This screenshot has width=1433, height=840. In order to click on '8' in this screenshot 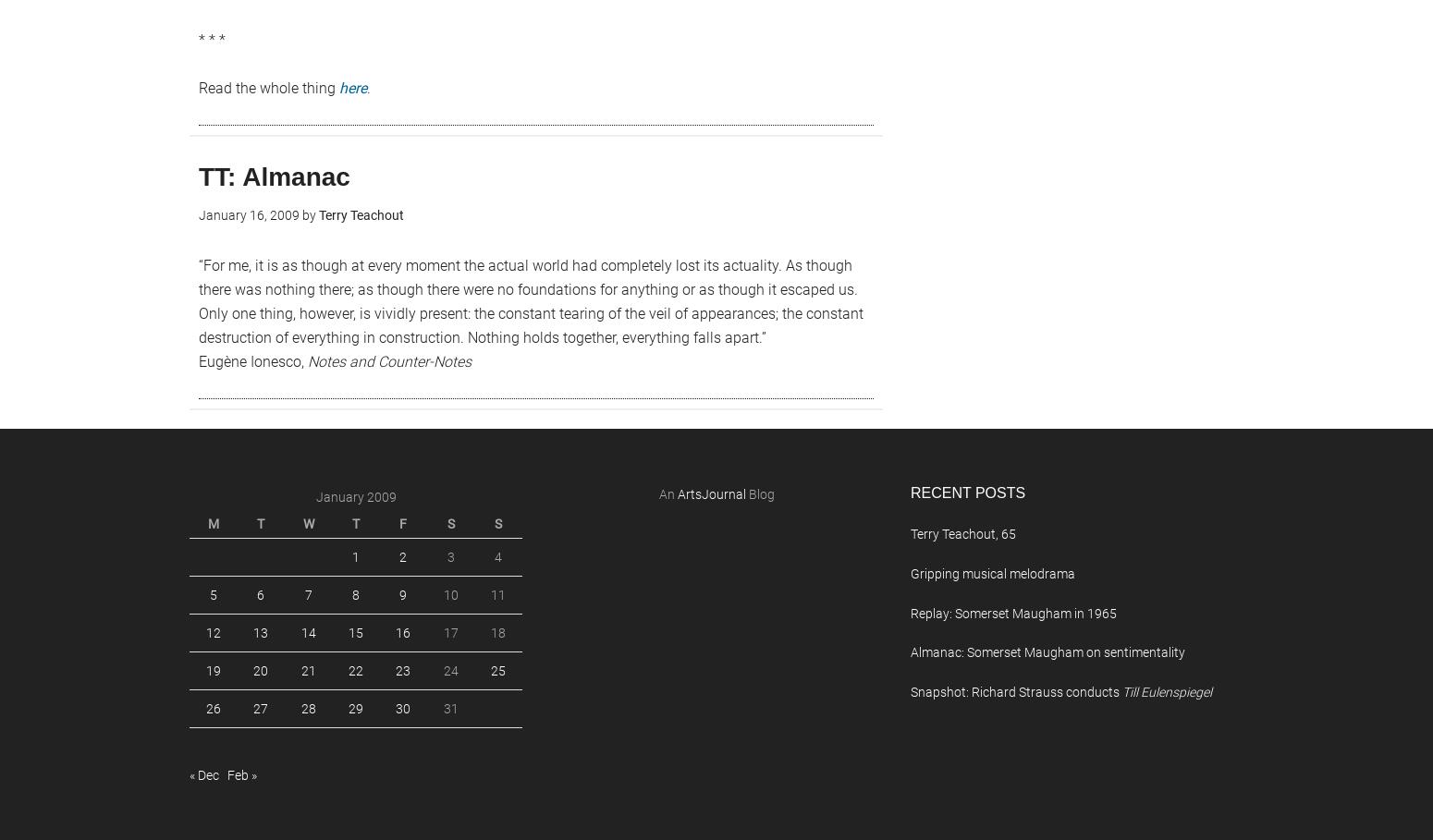, I will do `click(353, 594)`.